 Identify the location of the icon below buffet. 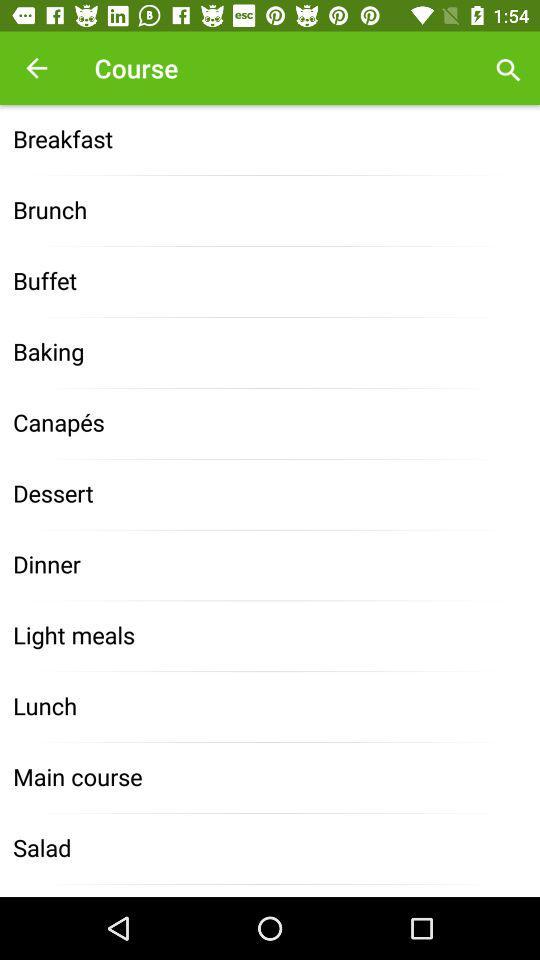
(270, 353).